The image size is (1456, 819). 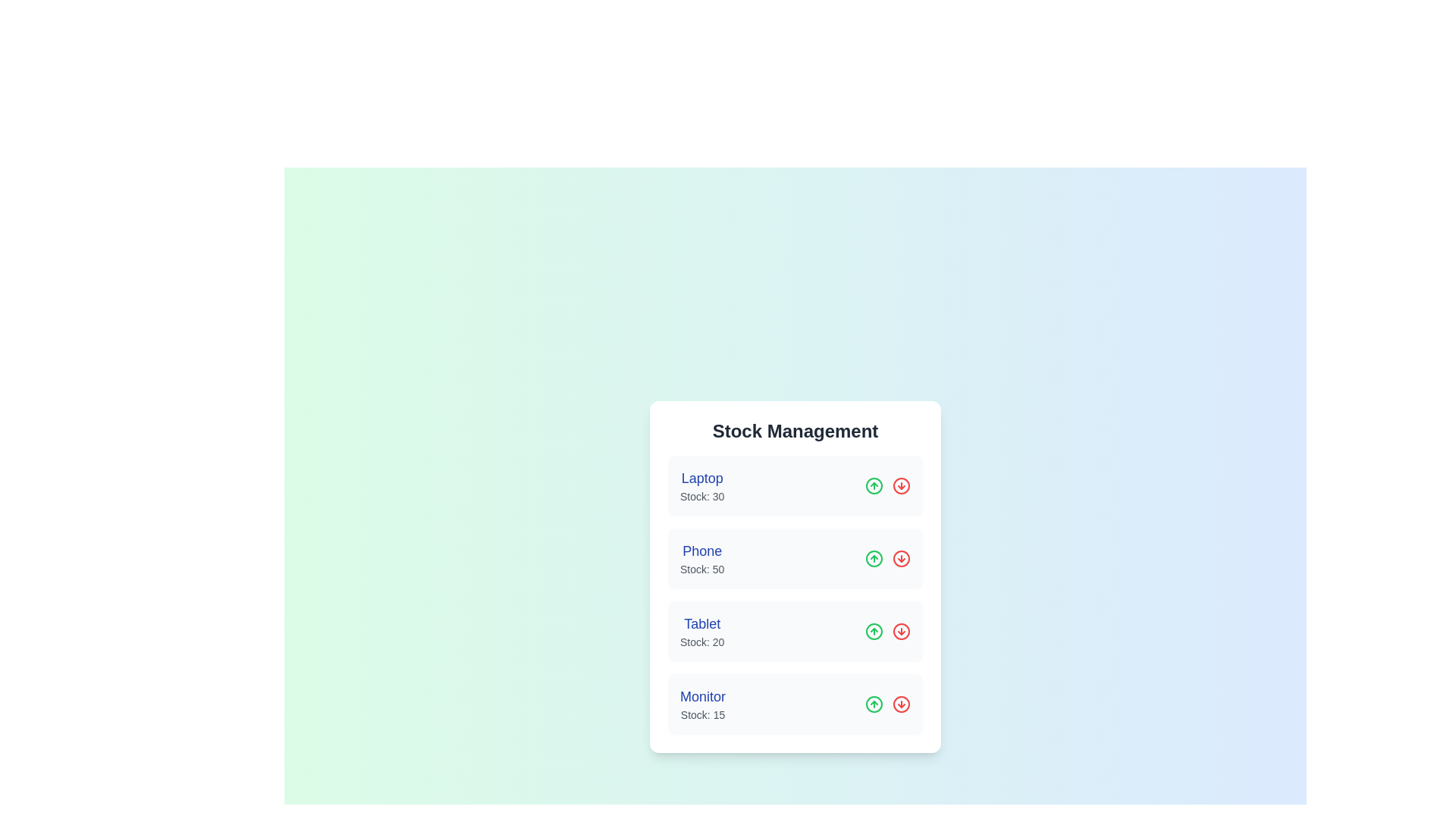 I want to click on the decrement icon for the product Monitor, so click(x=902, y=704).